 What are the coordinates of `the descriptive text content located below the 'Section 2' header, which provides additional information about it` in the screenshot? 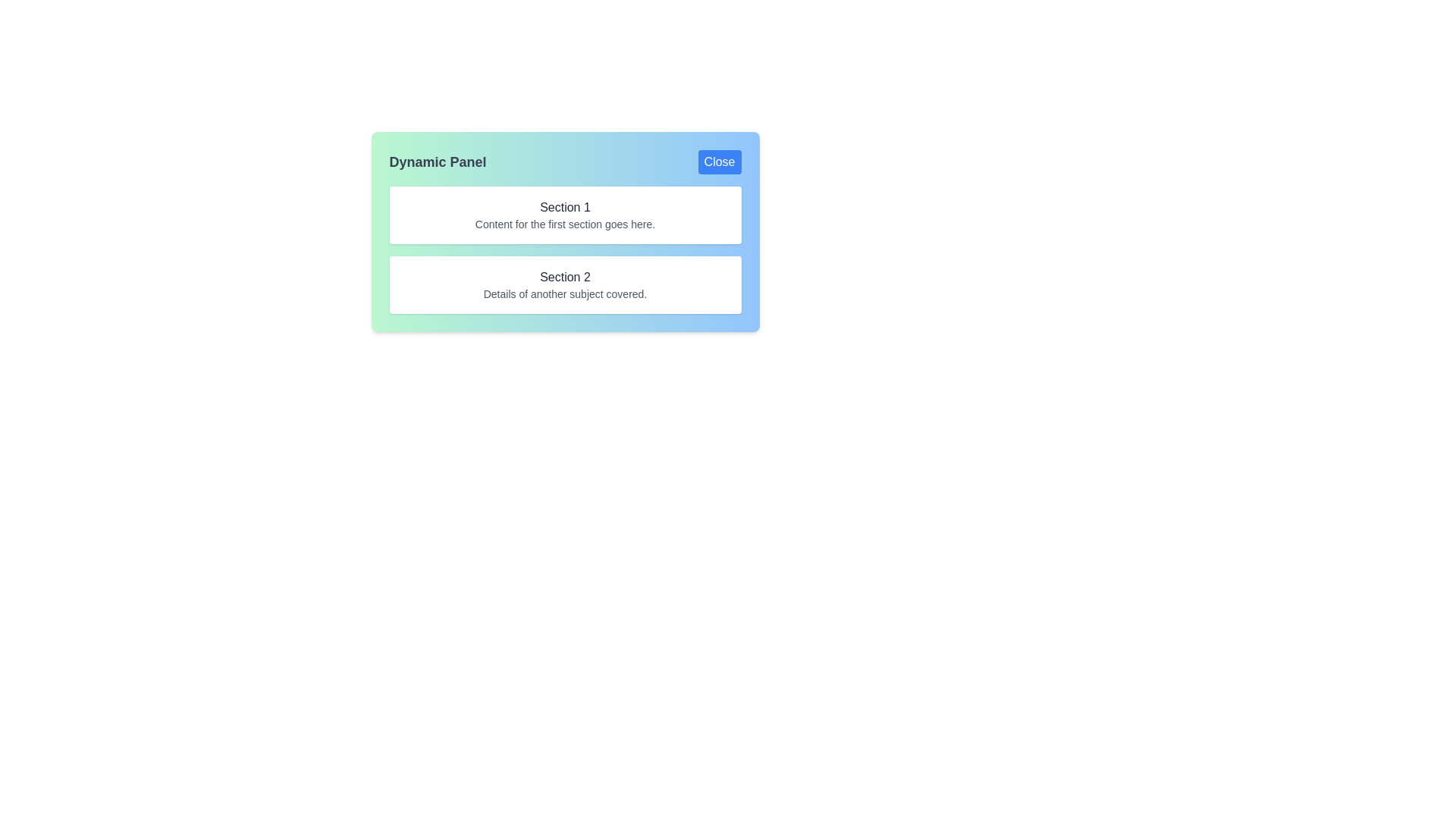 It's located at (564, 294).